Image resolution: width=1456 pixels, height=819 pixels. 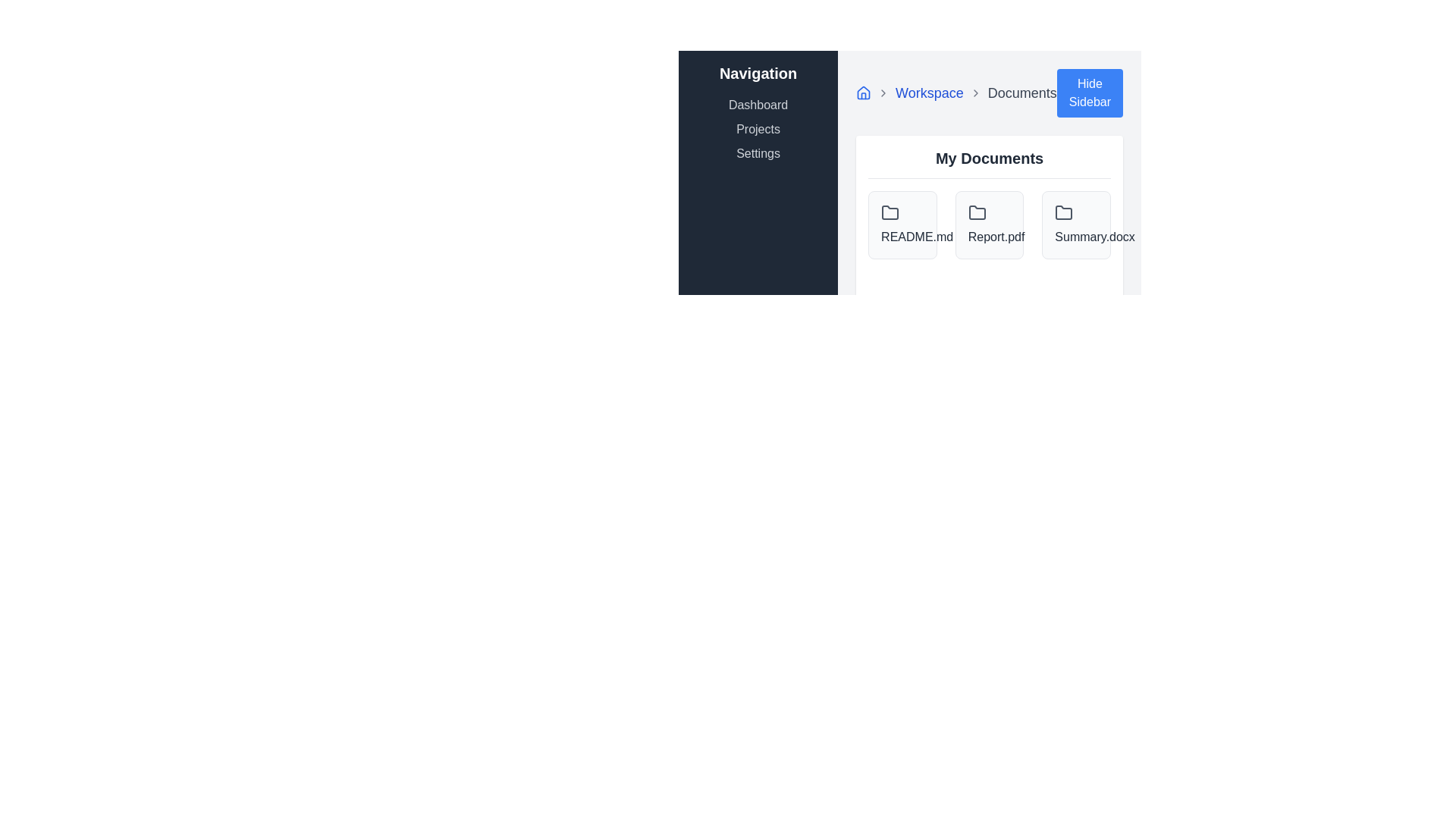 I want to click on the document named 'Summary.docx' located, so click(x=1075, y=225).